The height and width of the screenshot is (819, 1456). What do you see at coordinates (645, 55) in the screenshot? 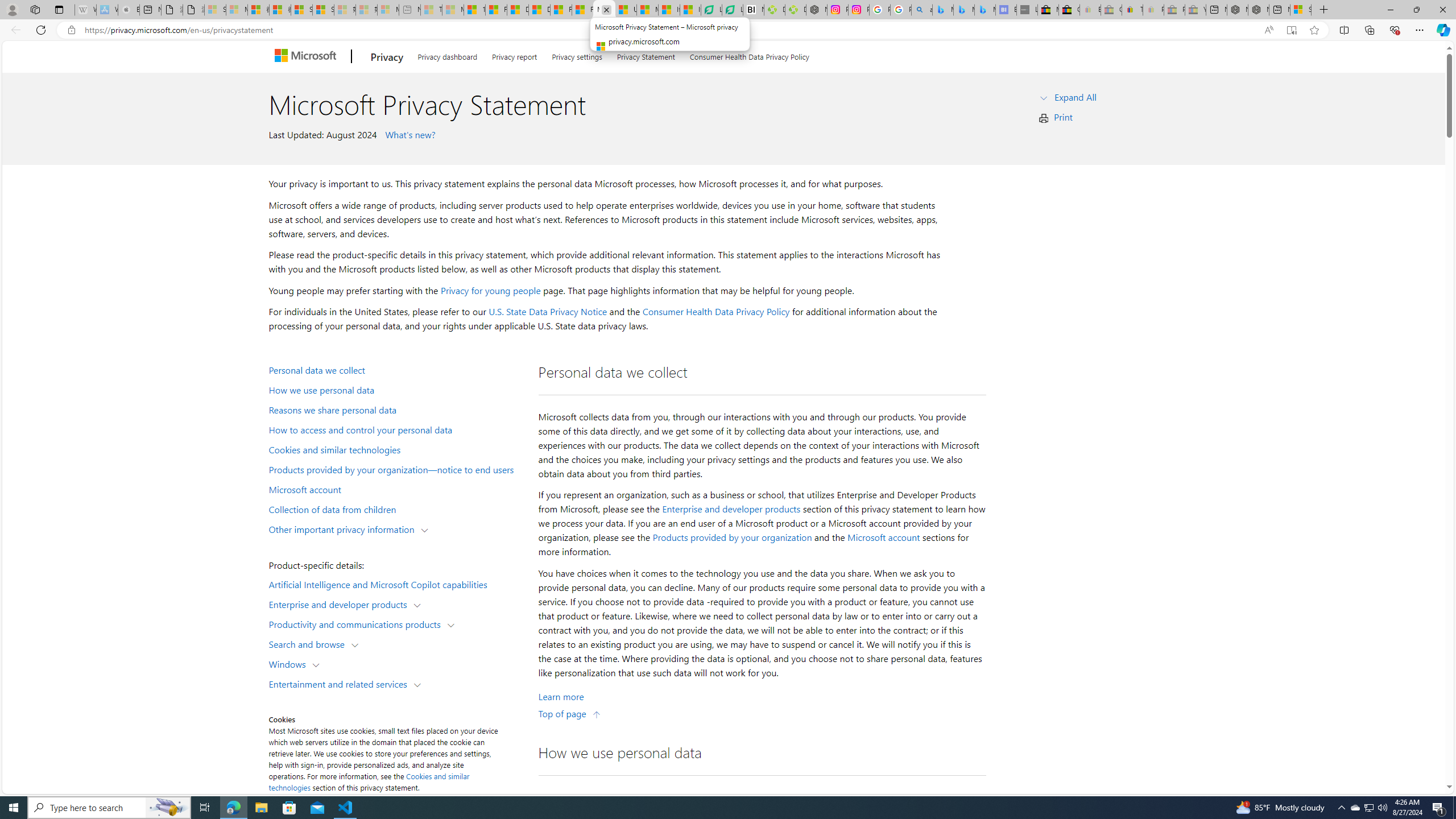
I see `'Privacy Statement'` at bounding box center [645, 55].